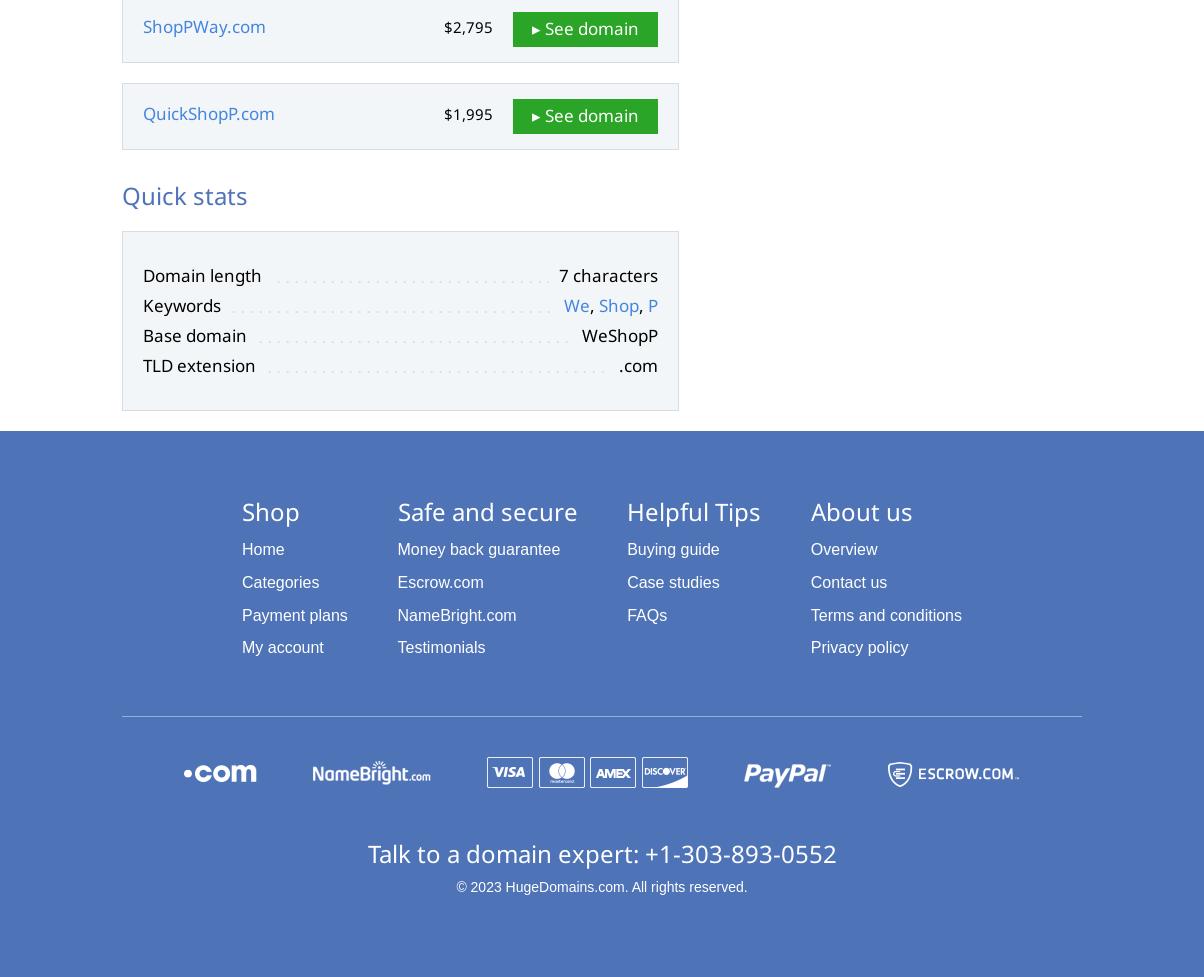 The height and width of the screenshot is (977, 1204). I want to click on 'P', so click(653, 304).